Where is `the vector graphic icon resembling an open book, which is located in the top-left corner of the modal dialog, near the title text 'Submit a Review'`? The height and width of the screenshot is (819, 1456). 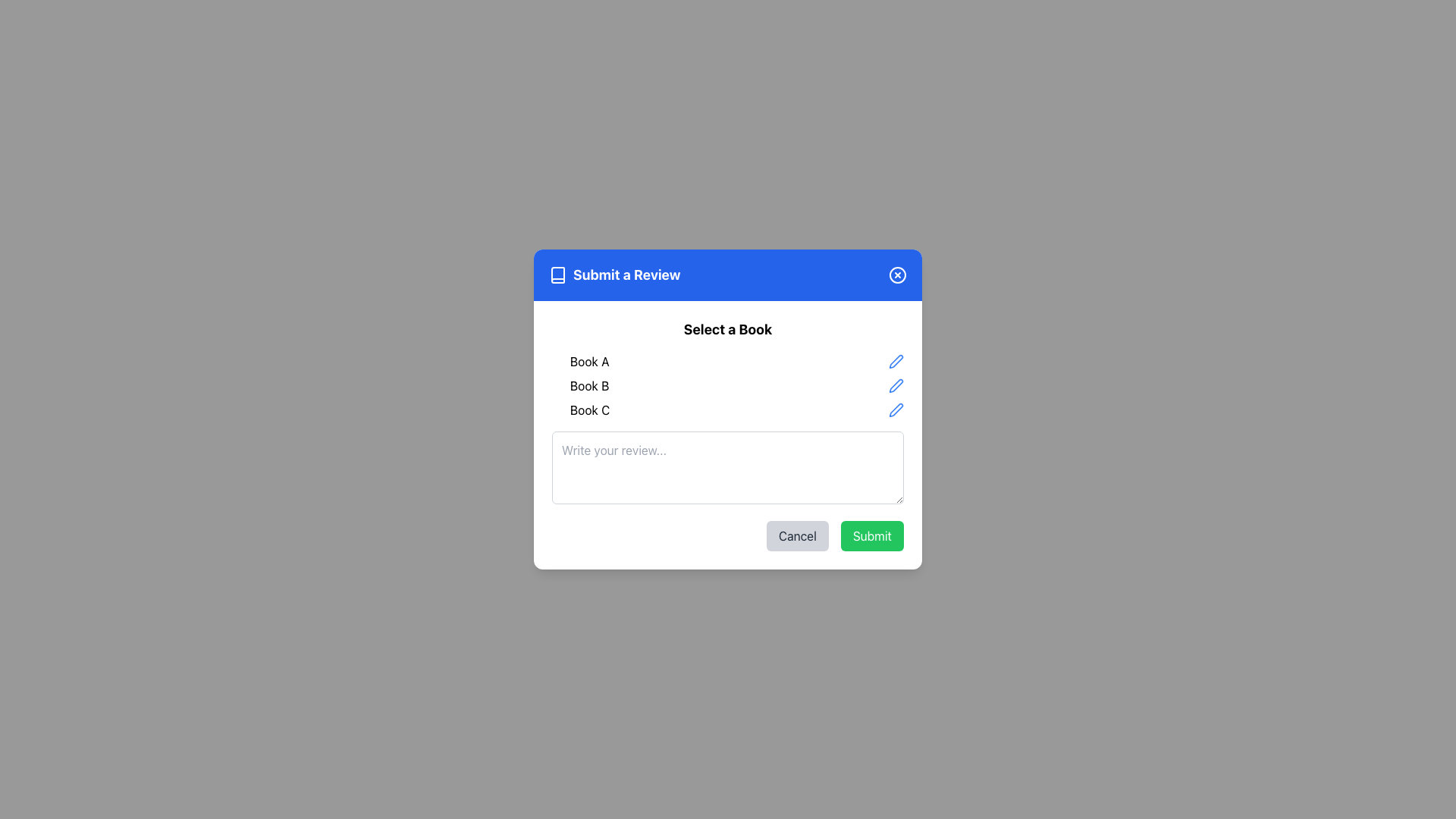
the vector graphic icon resembling an open book, which is located in the top-left corner of the modal dialog, near the title text 'Submit a Review' is located at coordinates (557, 275).